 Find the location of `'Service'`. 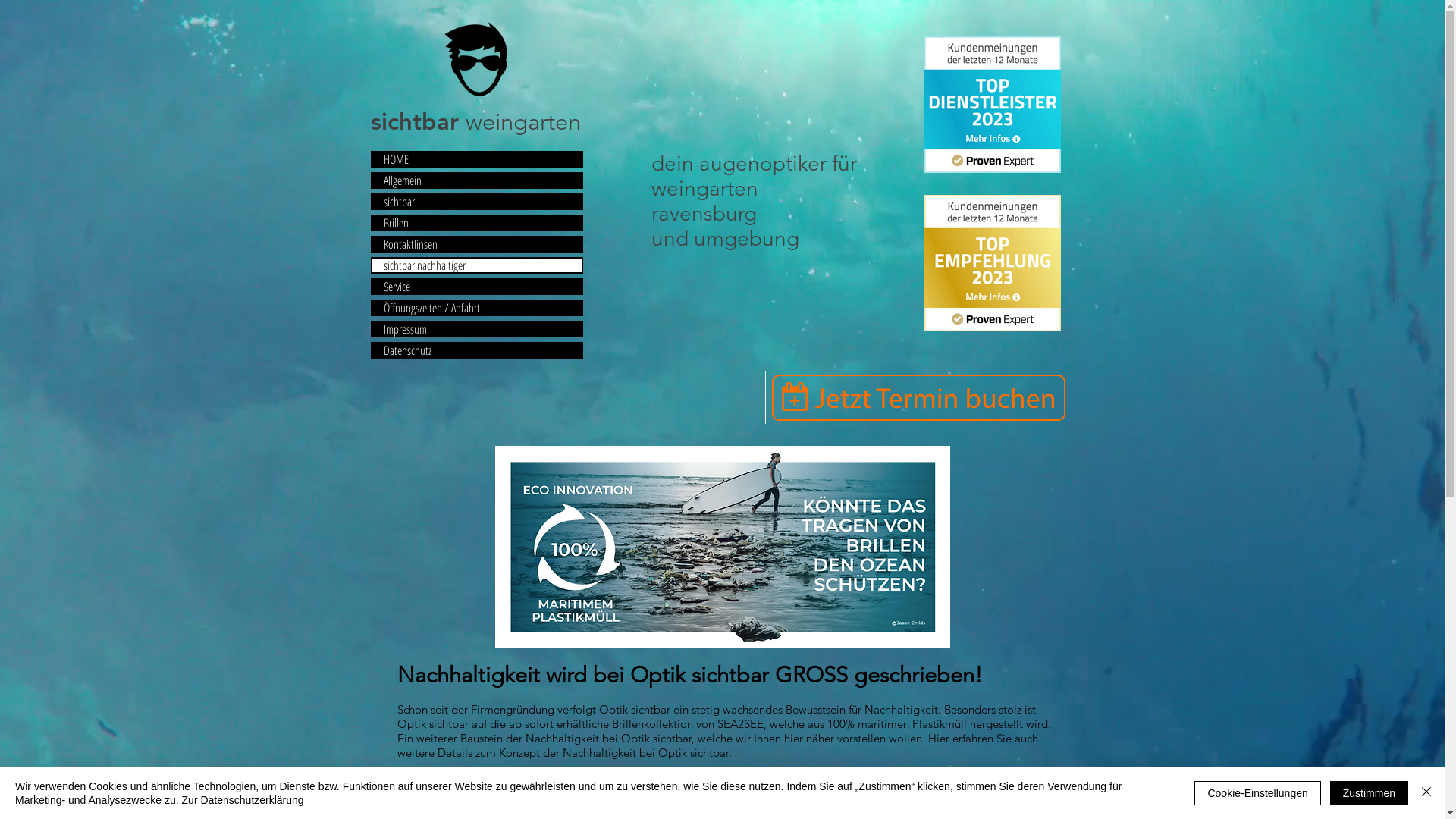

'Service' is located at coordinates (475, 287).